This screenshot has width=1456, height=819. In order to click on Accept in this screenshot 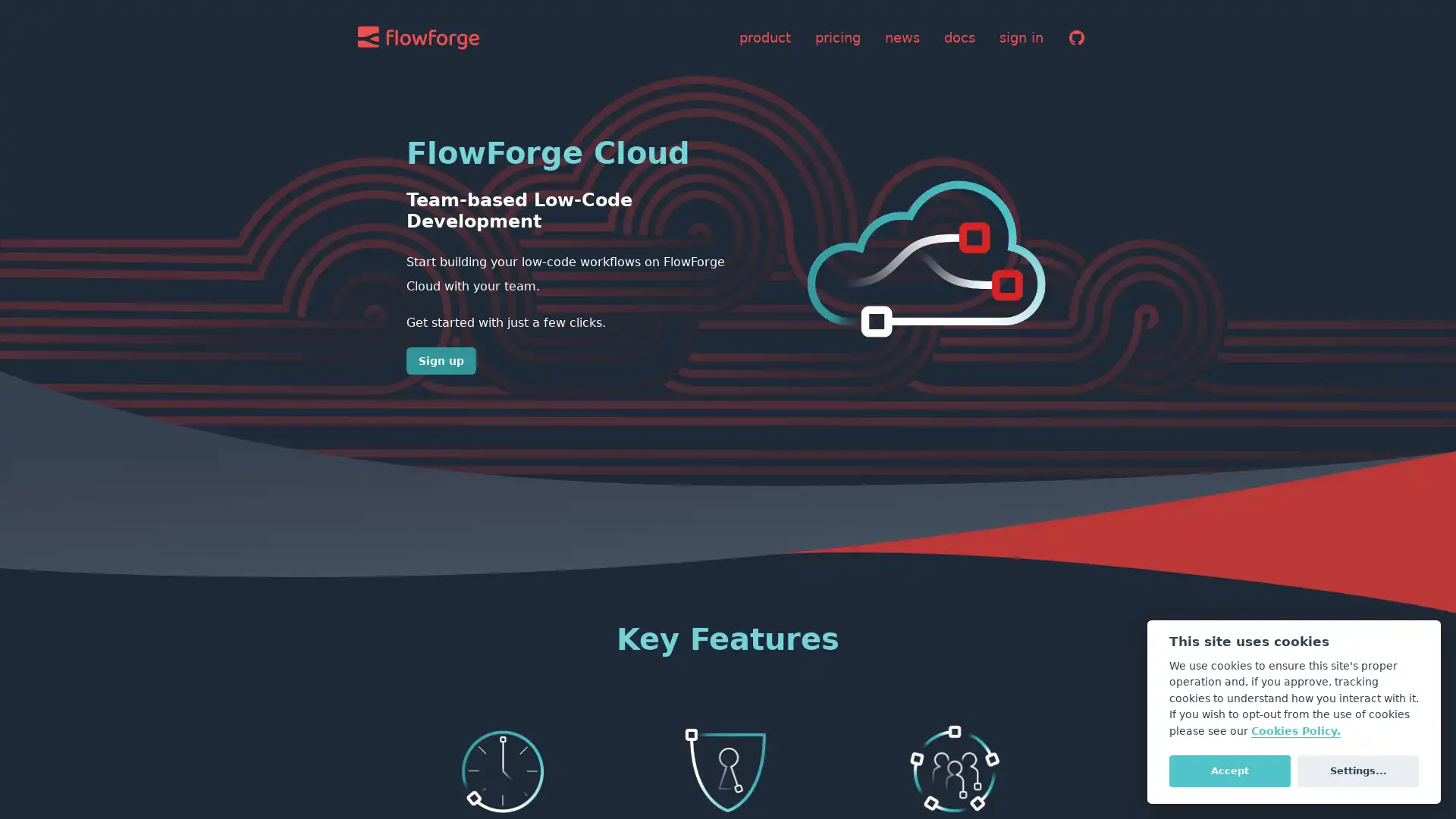, I will do `click(1229, 770)`.